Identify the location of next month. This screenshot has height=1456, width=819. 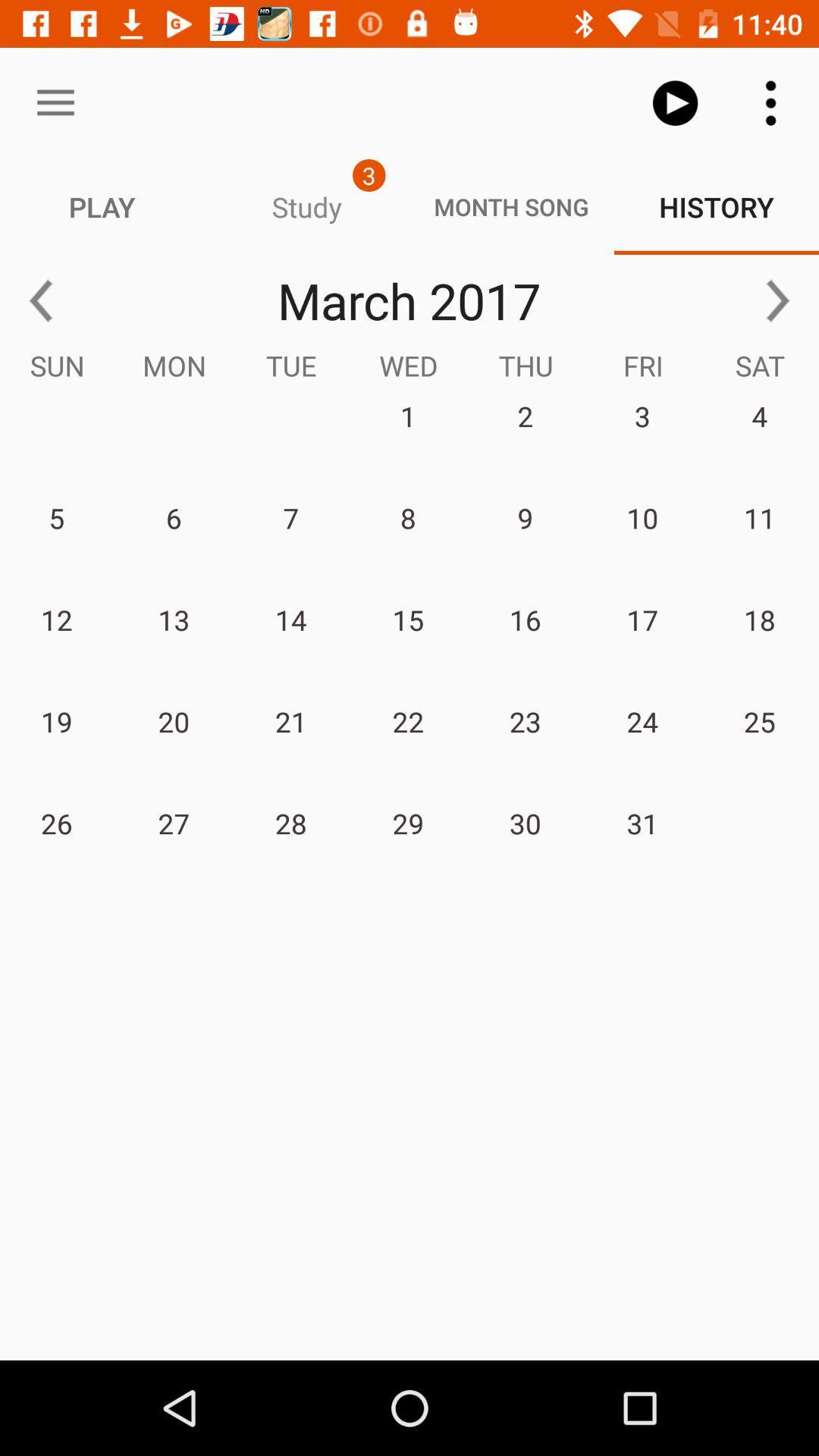
(778, 300).